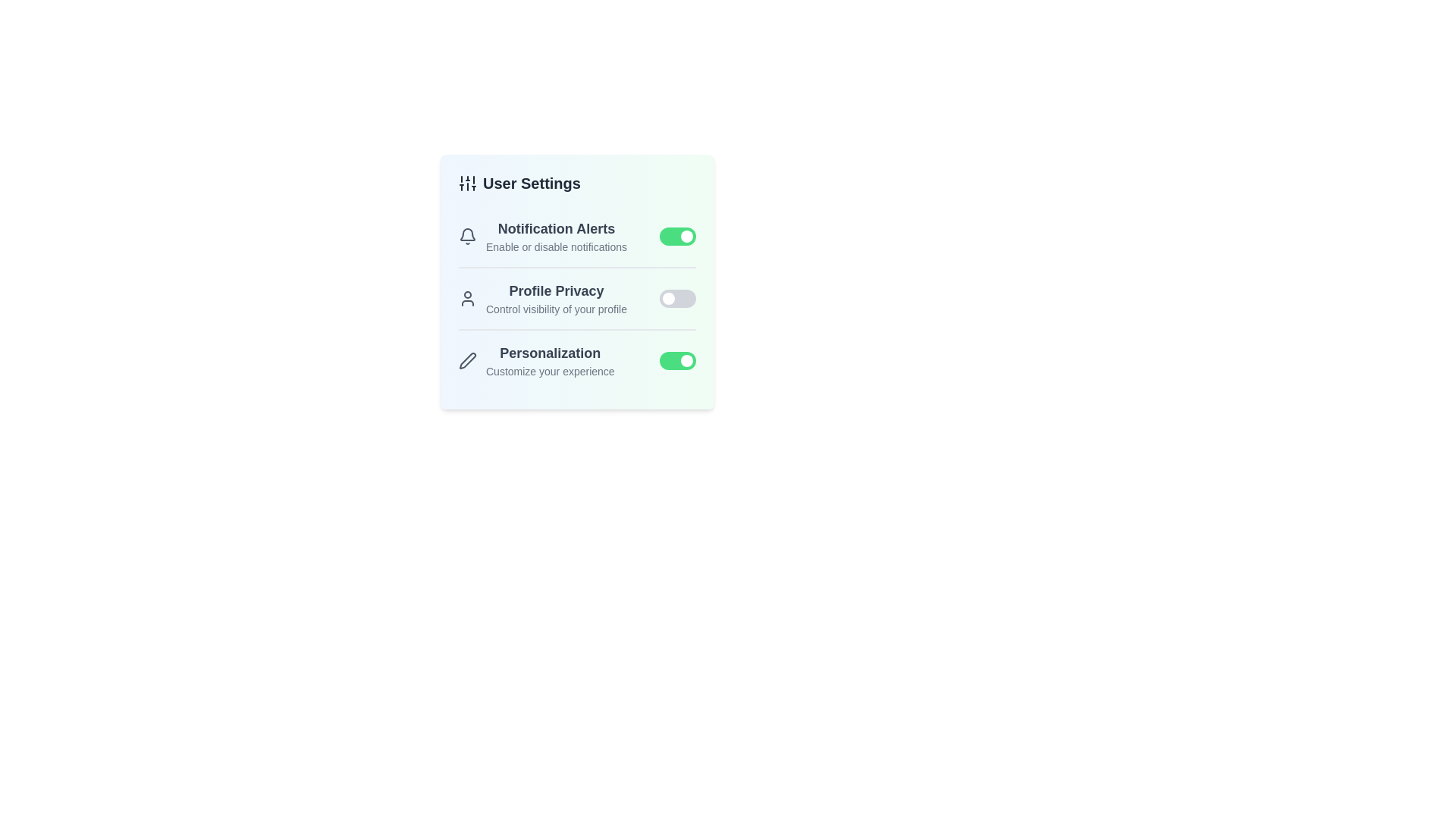 This screenshot has width=1456, height=819. I want to click on the setting icon to display additional context, so click(467, 183).